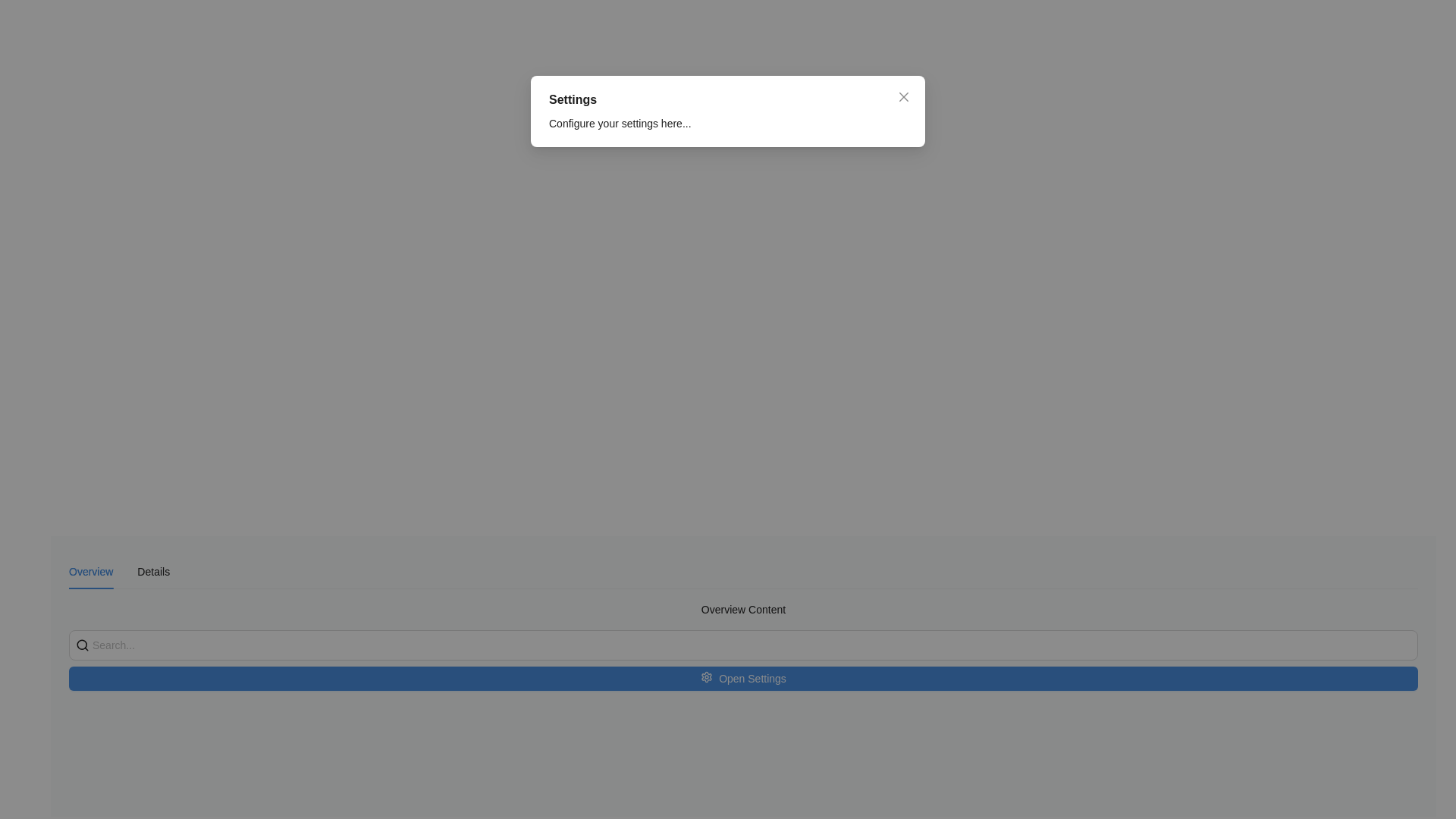  What do you see at coordinates (90, 571) in the screenshot?
I see `the 'Overview' tab located in the top-left section of the tab bar` at bounding box center [90, 571].